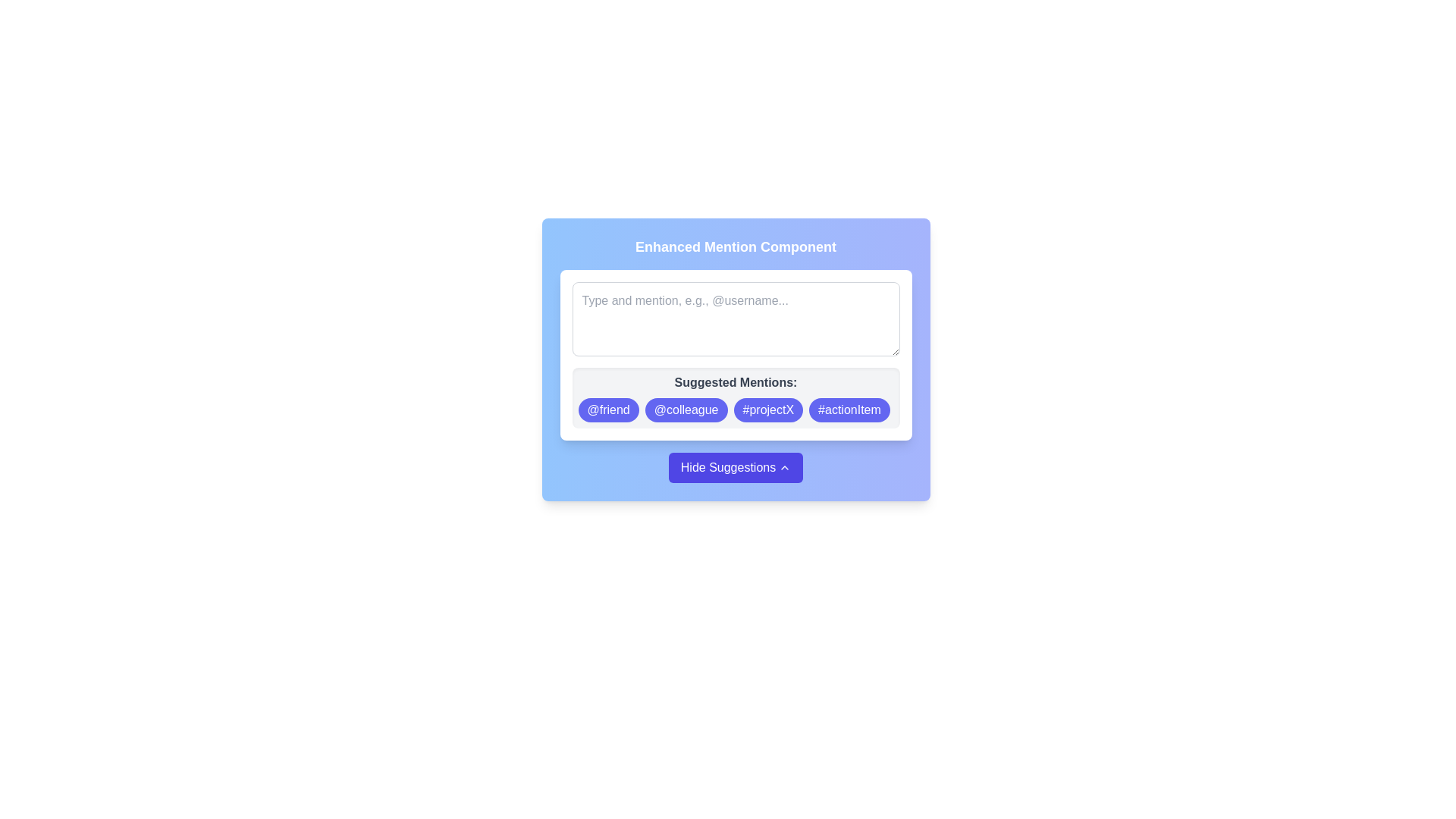 This screenshot has width=1456, height=819. Describe the element at coordinates (785, 467) in the screenshot. I see `the chevron-up icon located within the 'Hide Suggestions' button to initiate the action` at that location.